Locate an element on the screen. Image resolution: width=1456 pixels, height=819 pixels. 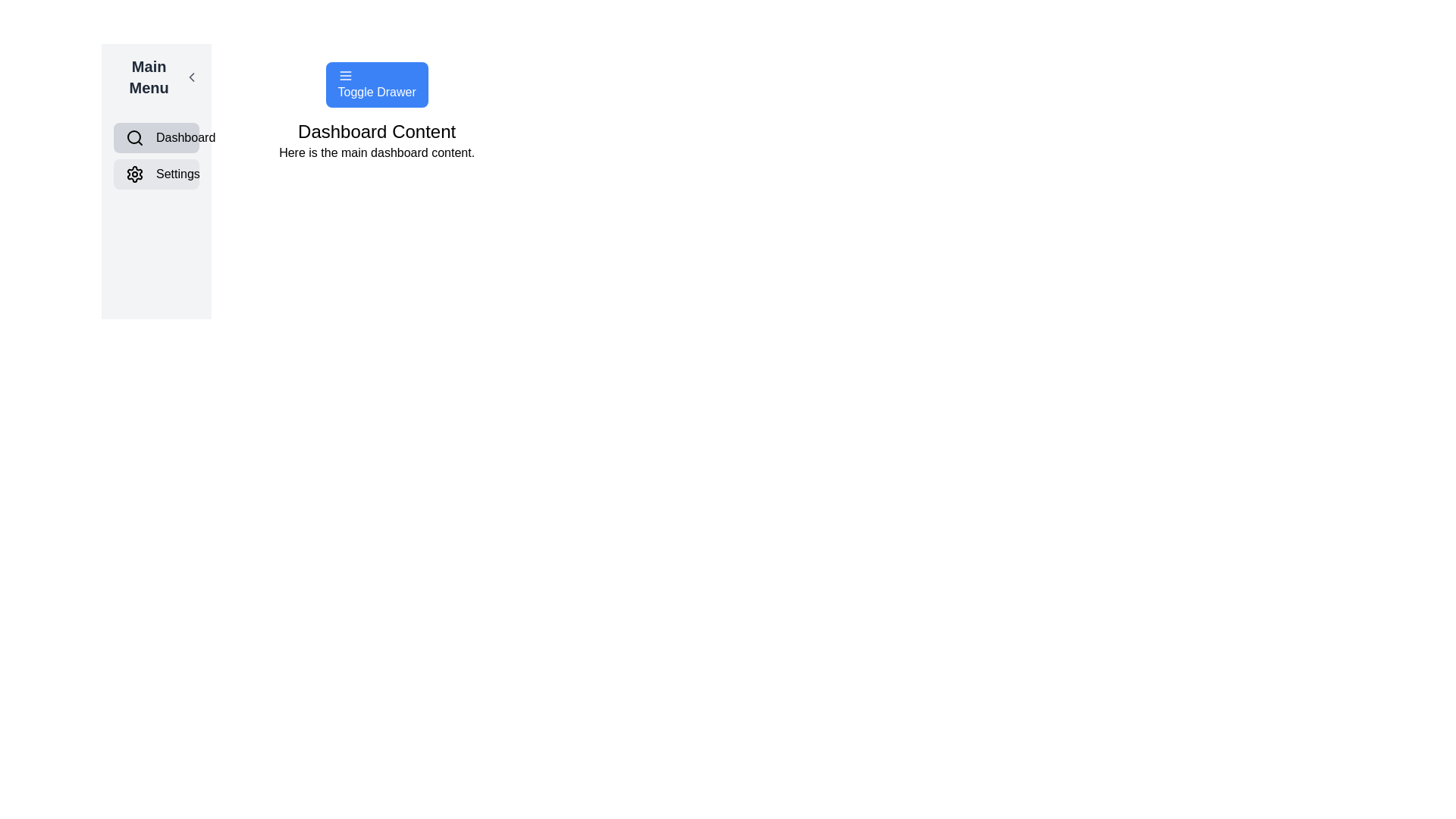
the settings button located in the vertical side menu, which is the second item below the 'Dashboard' option is located at coordinates (156, 174).